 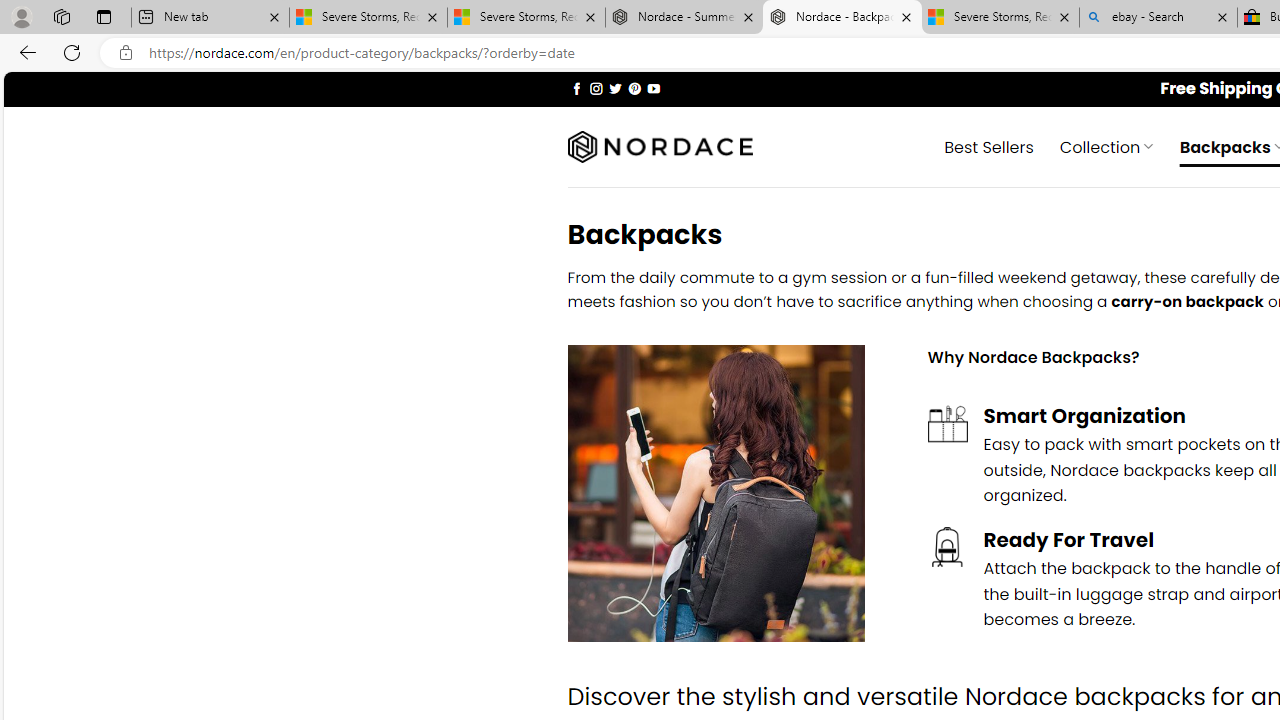 I want to click on 'Follow on Facebook', so click(x=576, y=87).